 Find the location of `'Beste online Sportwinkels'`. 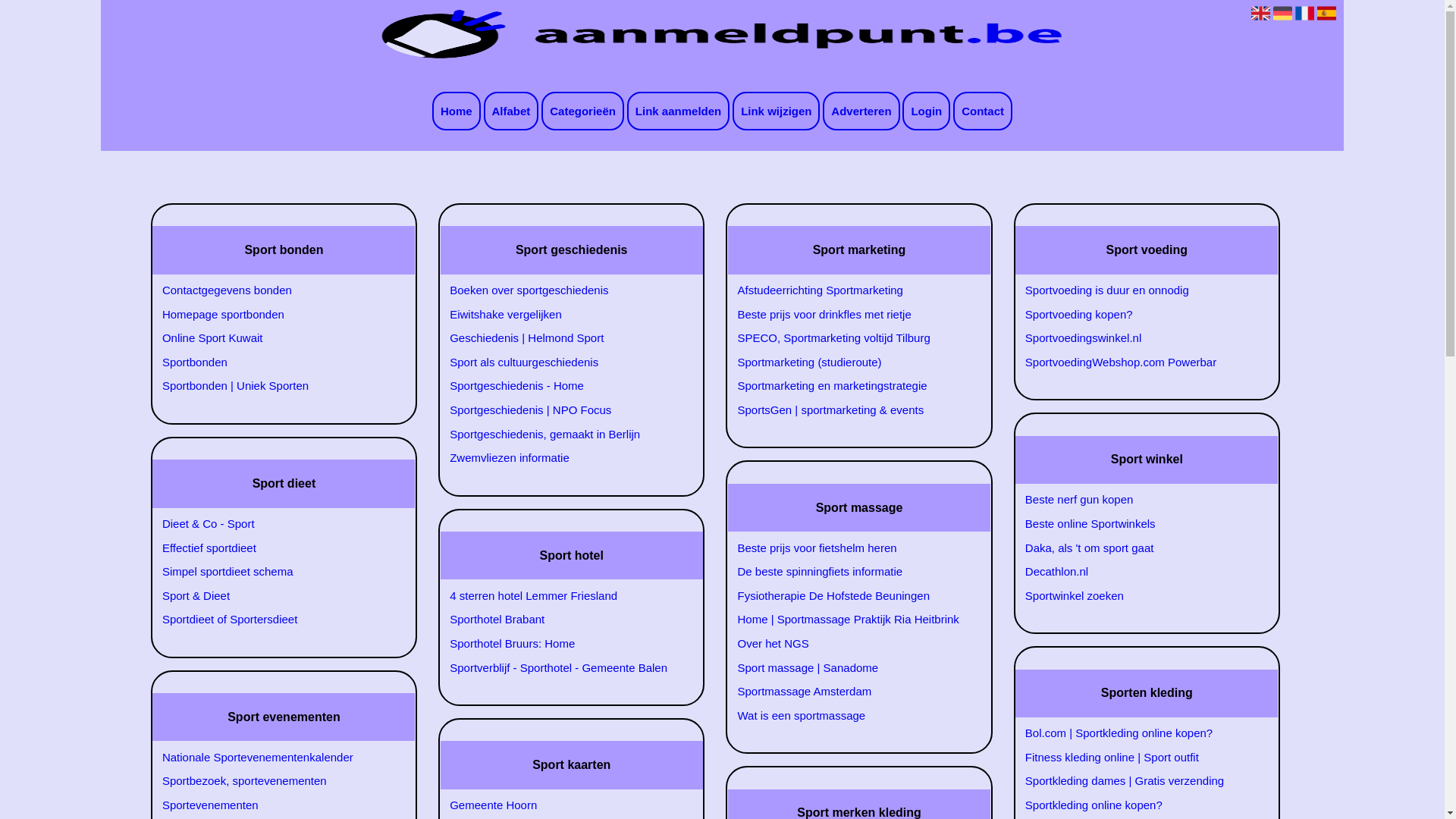

'Beste online Sportwinkels' is located at coordinates (1018, 522).